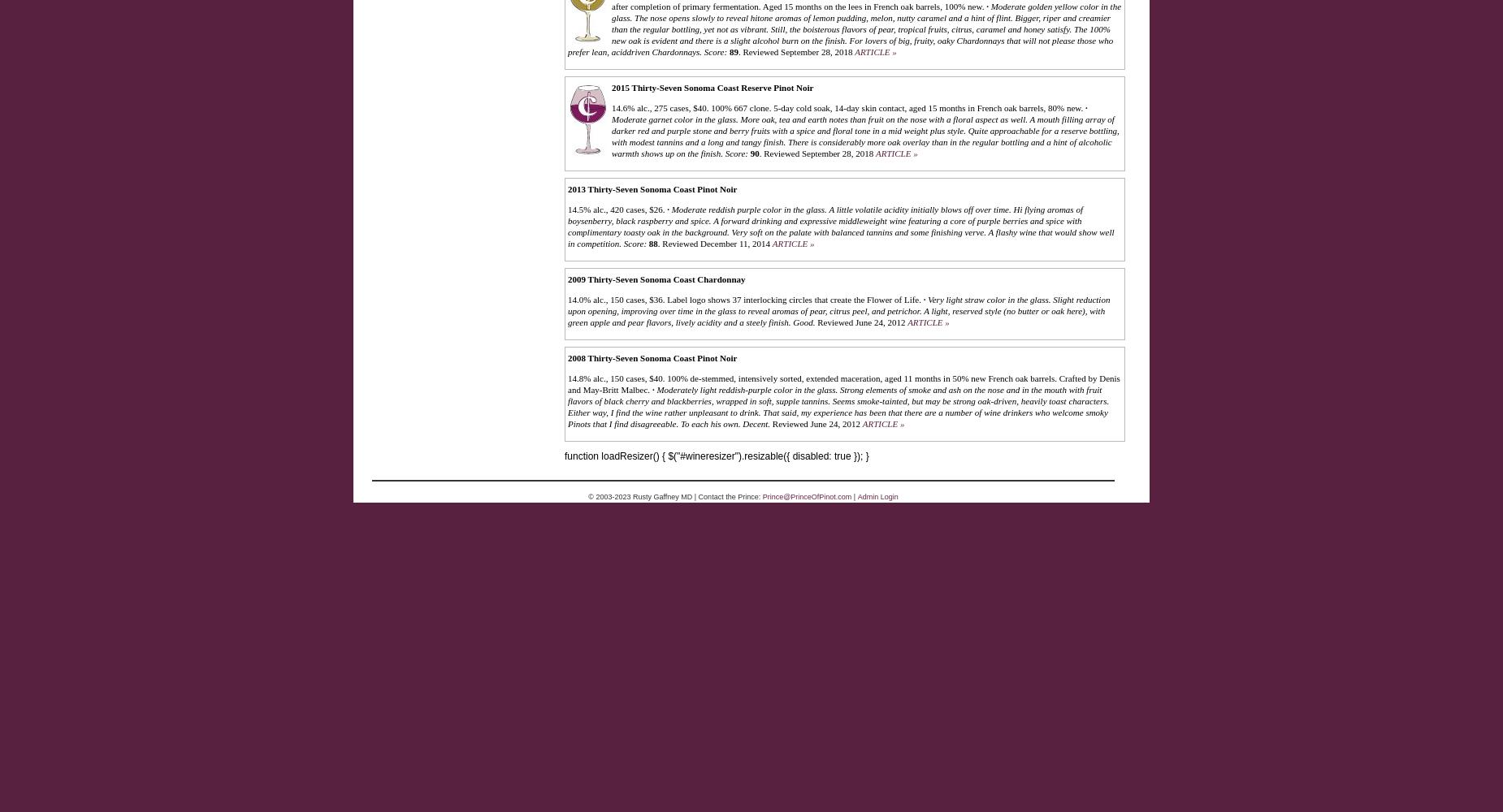  Describe the element at coordinates (675, 495) in the screenshot. I see `'© 2003-2023 Rusty Gaffney MD | Contact the Prince:'` at that location.